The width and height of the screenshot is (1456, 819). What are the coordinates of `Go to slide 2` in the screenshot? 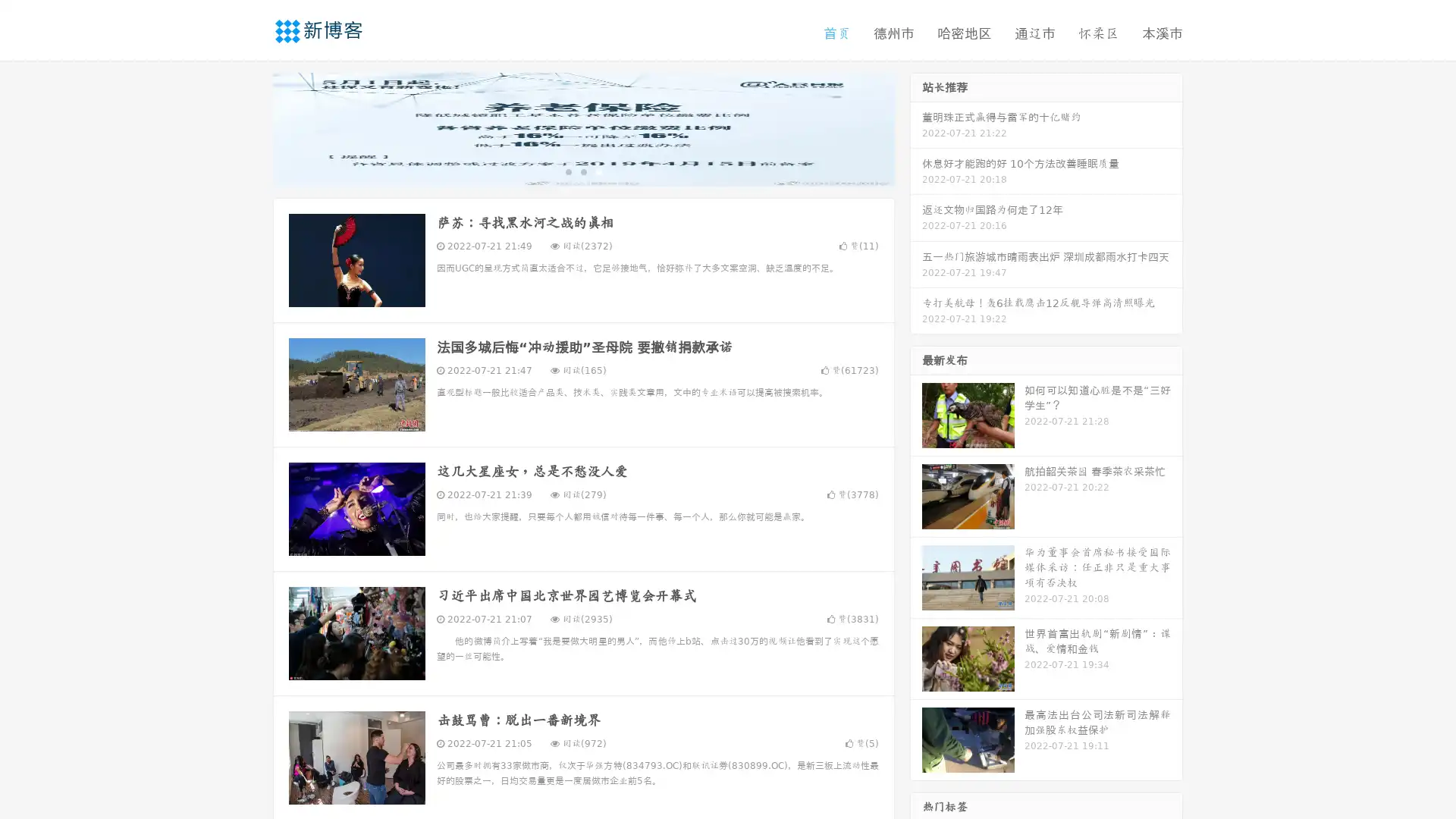 It's located at (582, 171).